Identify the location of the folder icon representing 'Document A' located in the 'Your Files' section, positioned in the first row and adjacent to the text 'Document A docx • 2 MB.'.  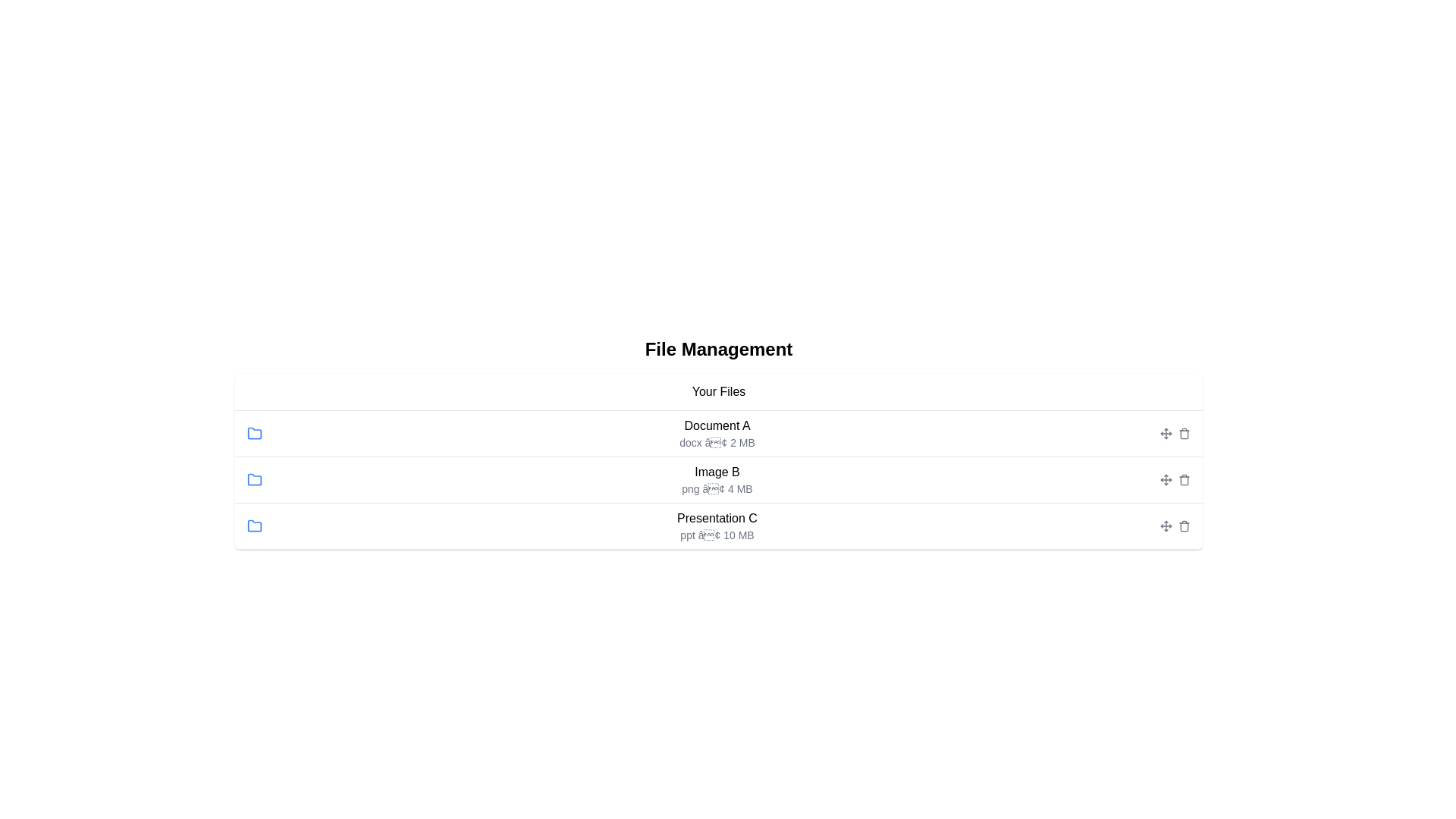
(255, 433).